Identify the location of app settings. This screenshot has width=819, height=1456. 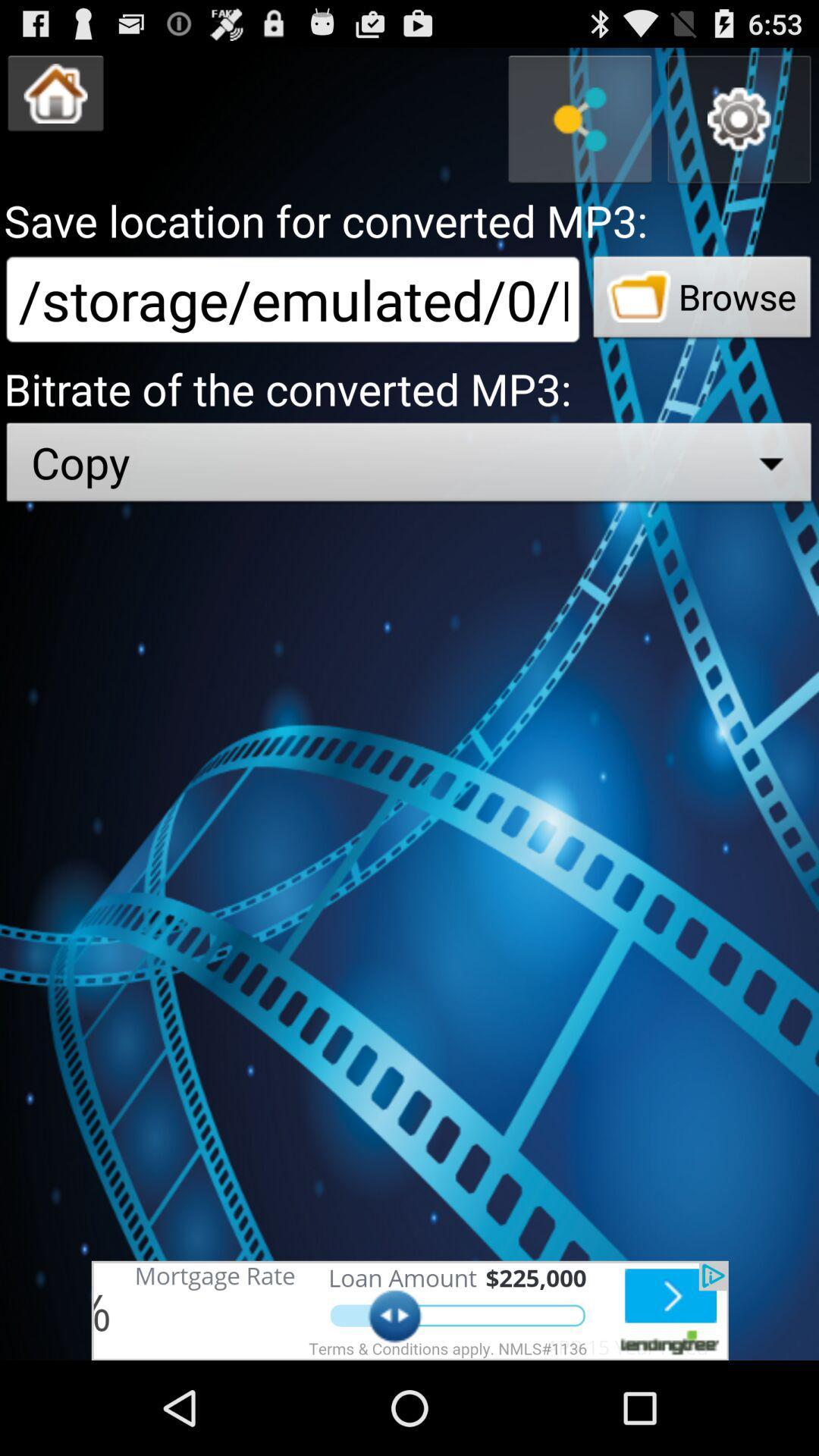
(739, 118).